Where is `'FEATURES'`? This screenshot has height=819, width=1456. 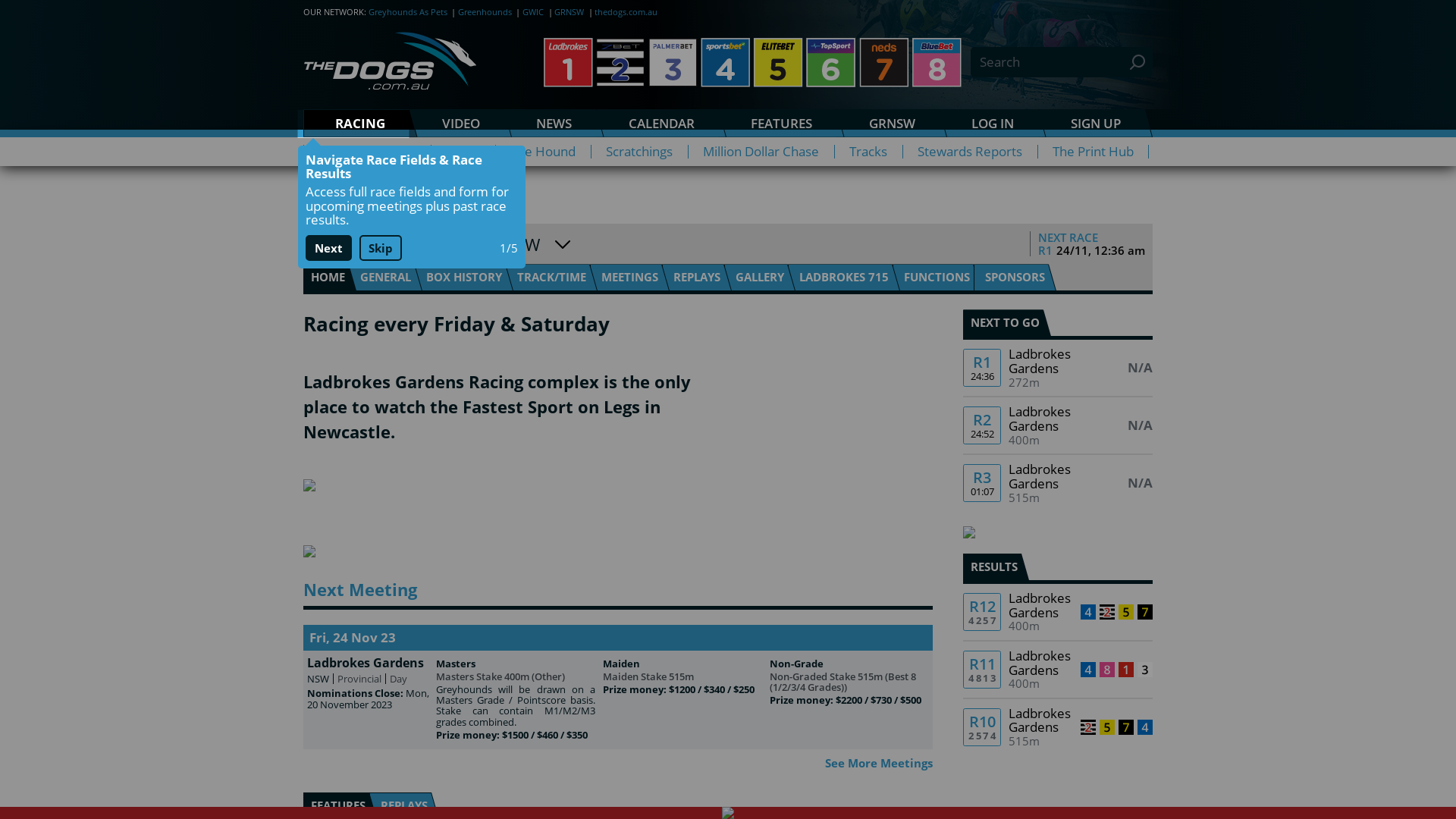
'FEATURES' is located at coordinates (782, 122).